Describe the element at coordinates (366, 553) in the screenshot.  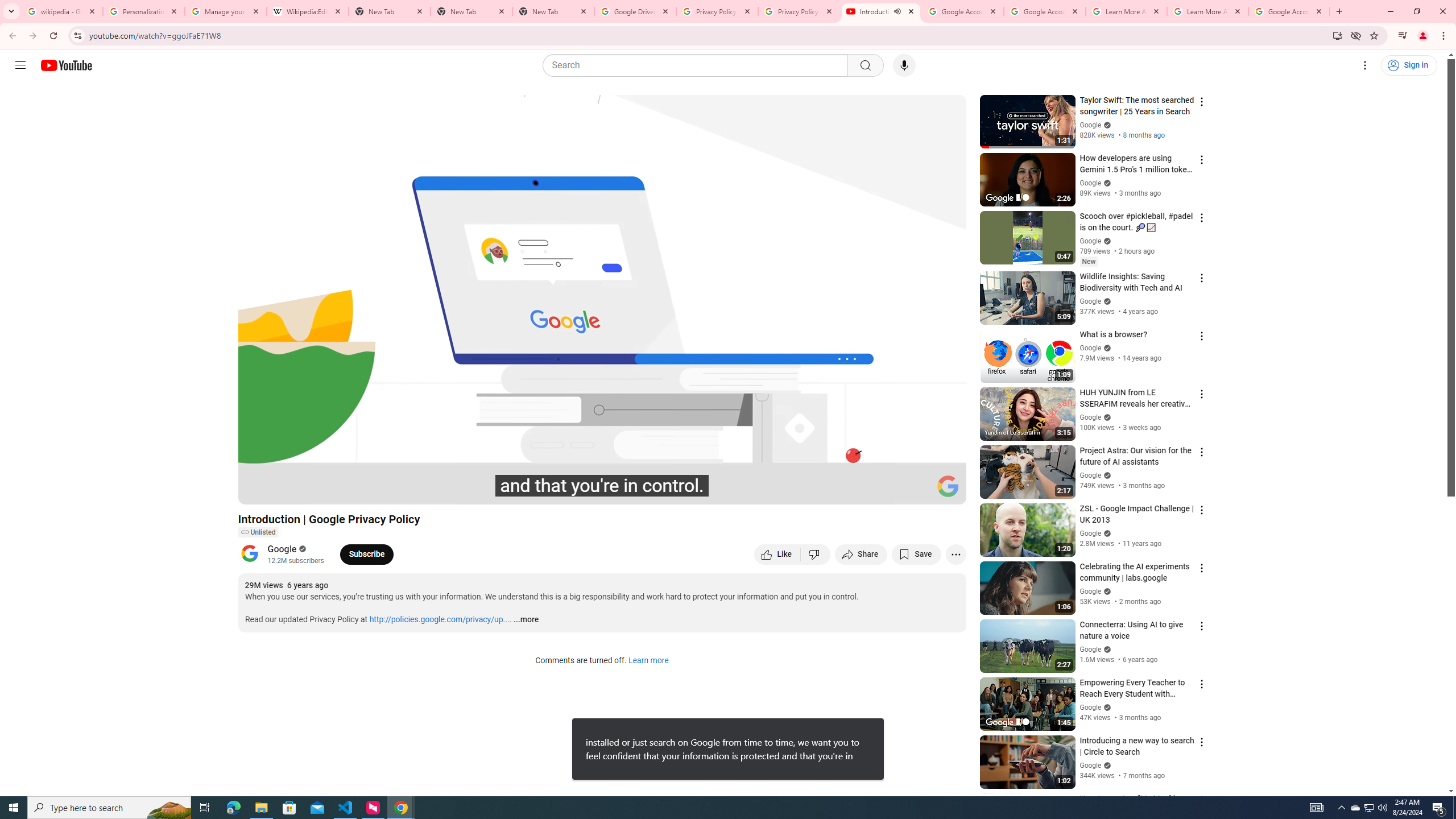
I see `'Subscribe to Google.'` at that location.